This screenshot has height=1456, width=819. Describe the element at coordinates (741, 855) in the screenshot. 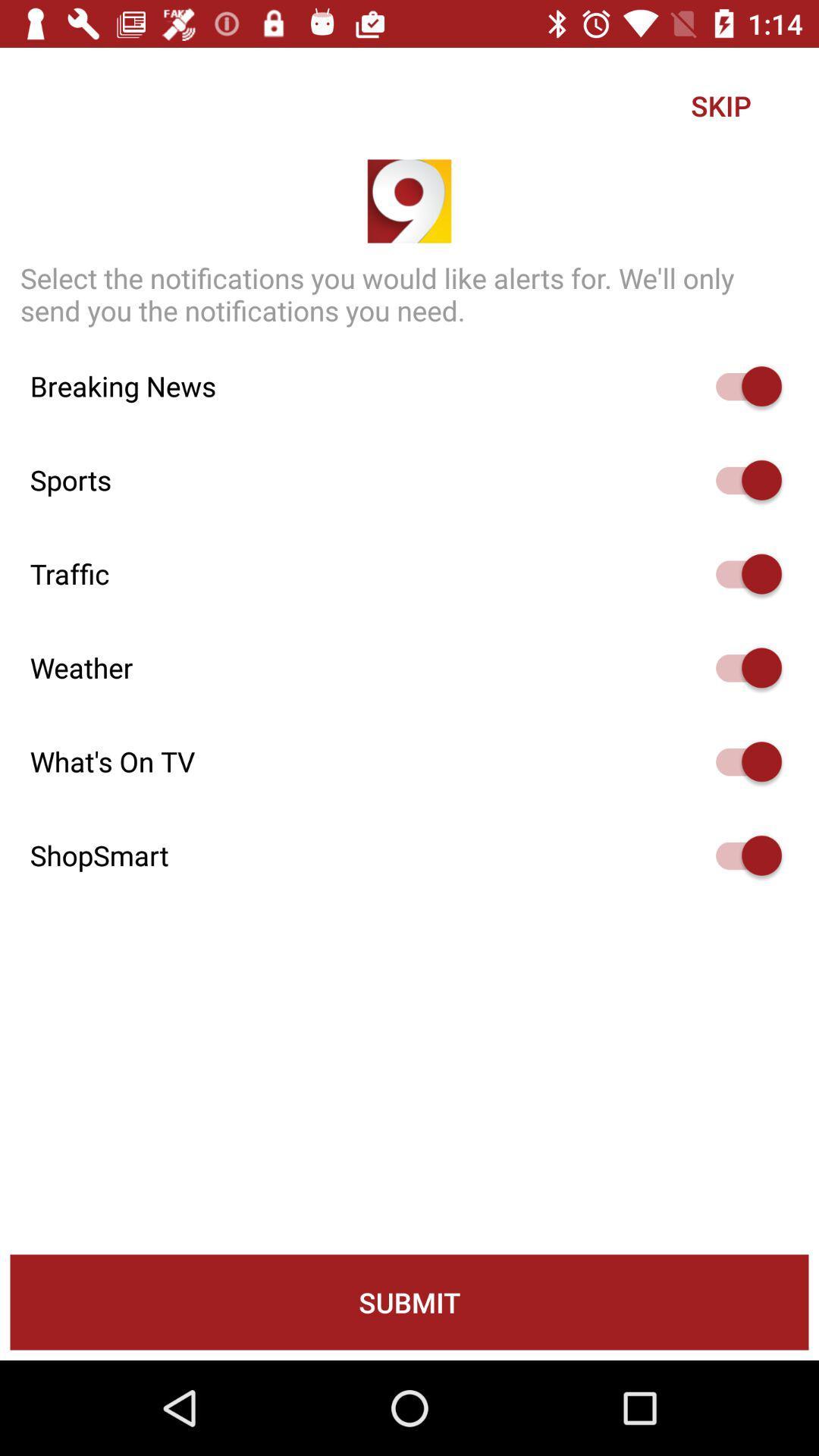

I see `shopsmart` at that location.